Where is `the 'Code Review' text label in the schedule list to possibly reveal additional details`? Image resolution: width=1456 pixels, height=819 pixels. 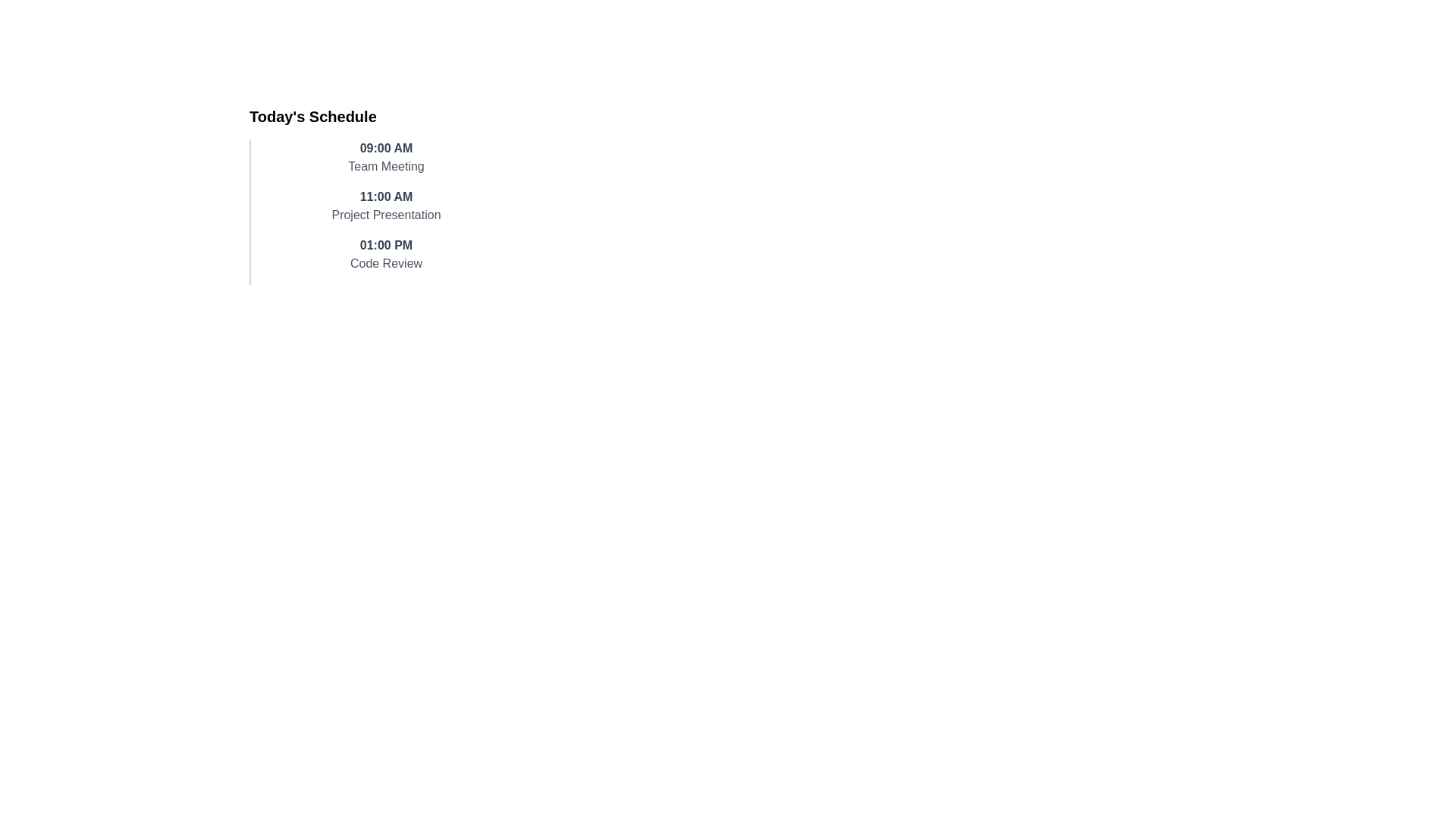
the 'Code Review' text label in the schedule list to possibly reveal additional details is located at coordinates (386, 262).